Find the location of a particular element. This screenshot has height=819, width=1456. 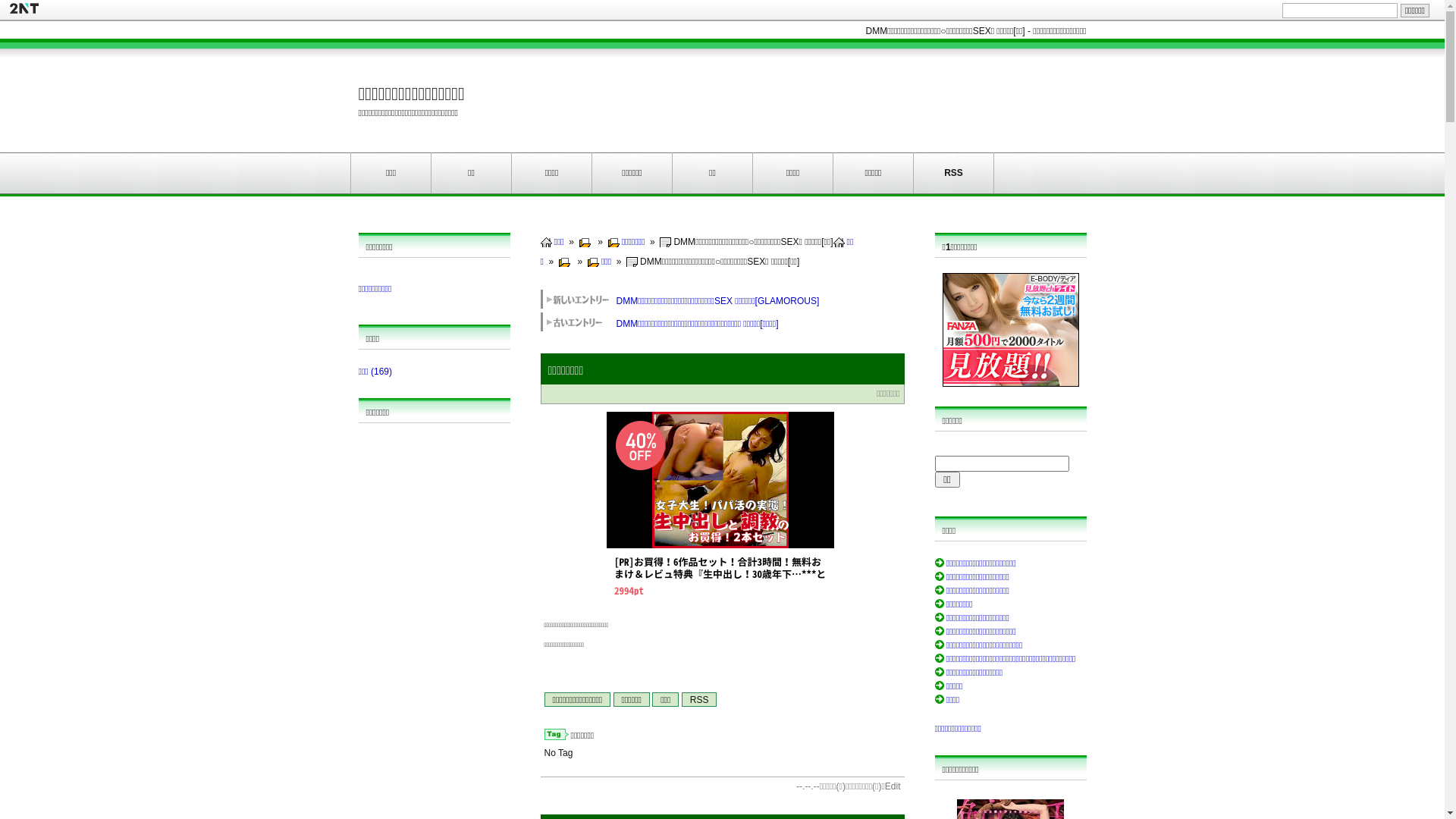

'Edit' is located at coordinates (893, 786).